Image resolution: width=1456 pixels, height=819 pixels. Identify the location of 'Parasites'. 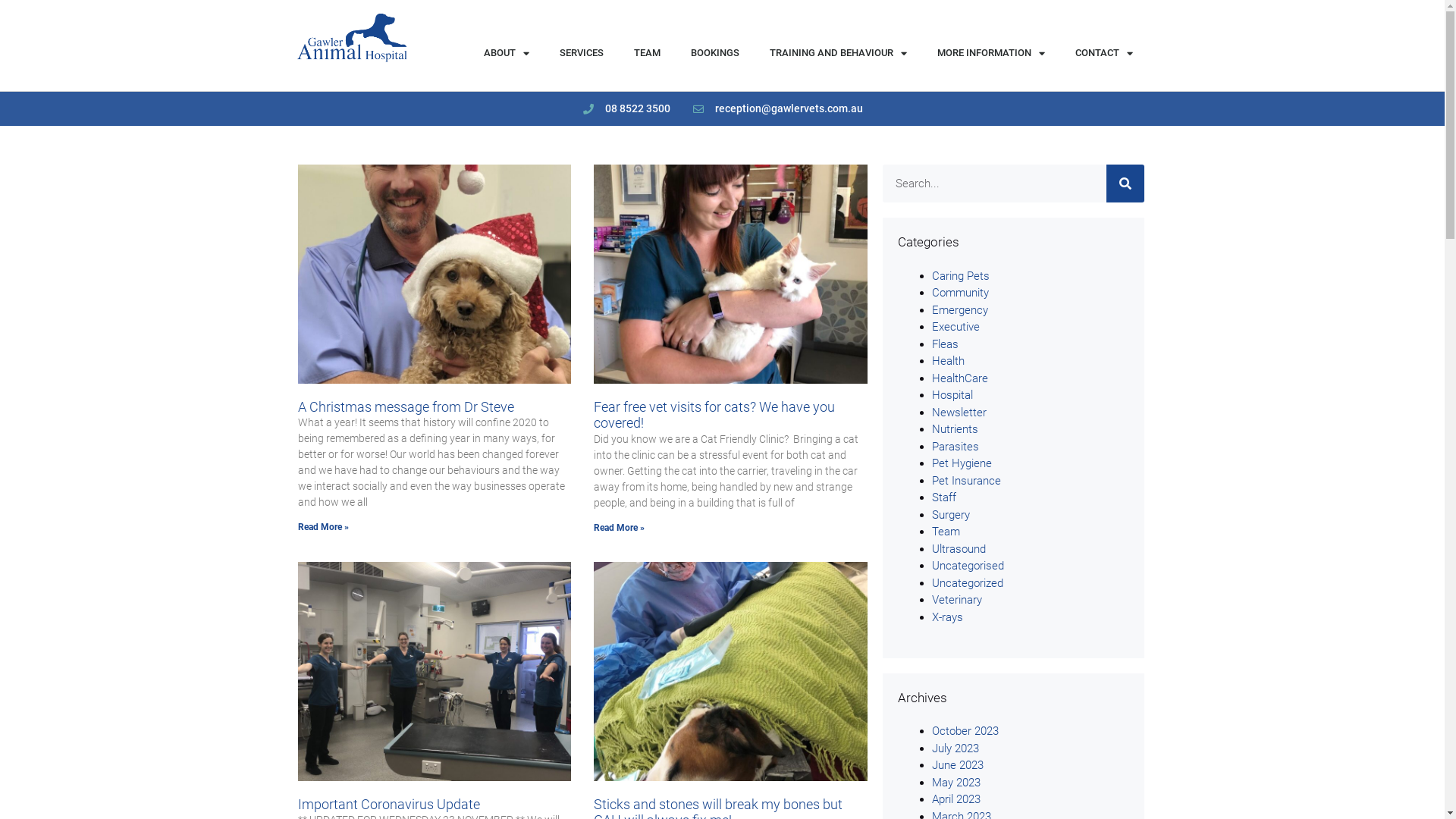
(954, 446).